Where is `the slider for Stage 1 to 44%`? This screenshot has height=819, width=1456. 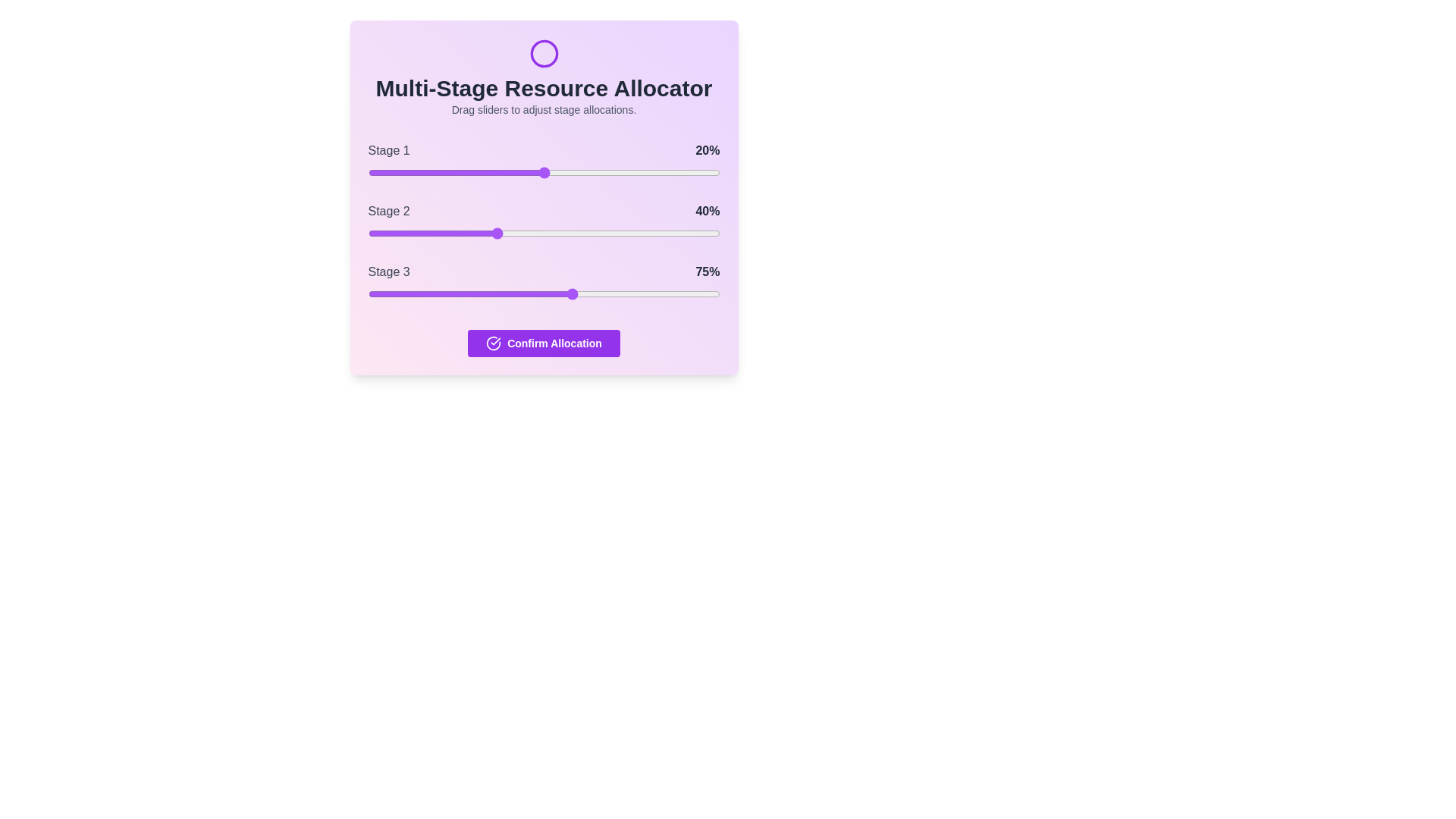 the slider for Stage 1 to 44% is located at coordinates (522, 171).